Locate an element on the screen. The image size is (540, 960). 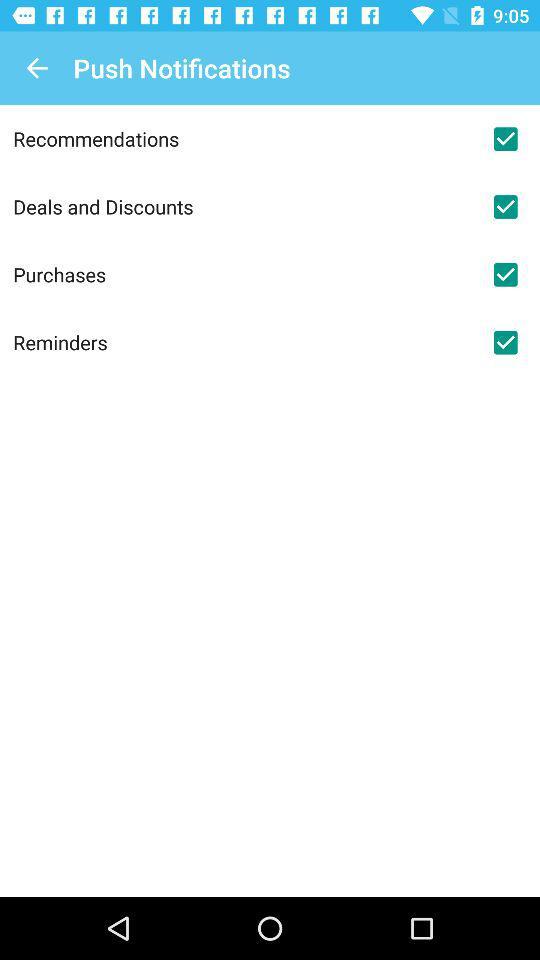
the reminders is located at coordinates (242, 342).